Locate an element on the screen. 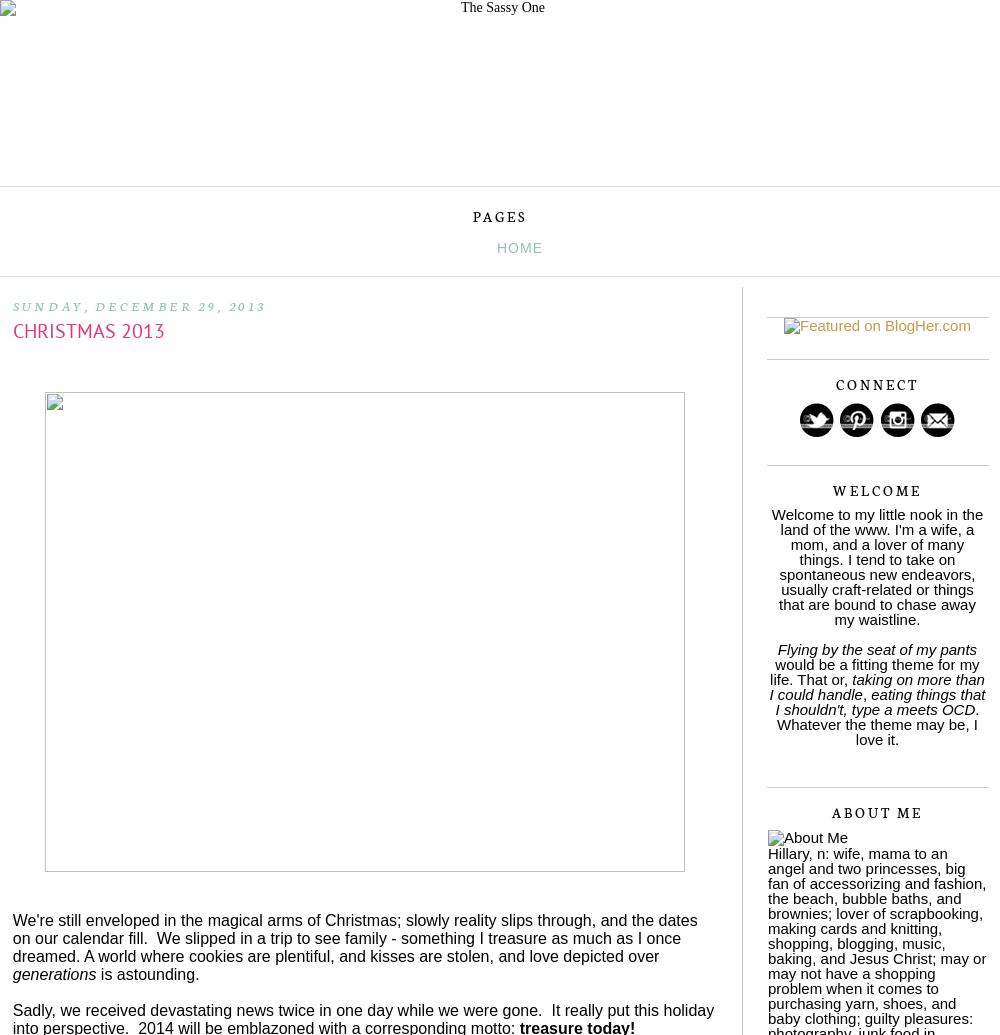 This screenshot has width=1000, height=1035. 'Flying by the seat of my pants' is located at coordinates (877, 648).